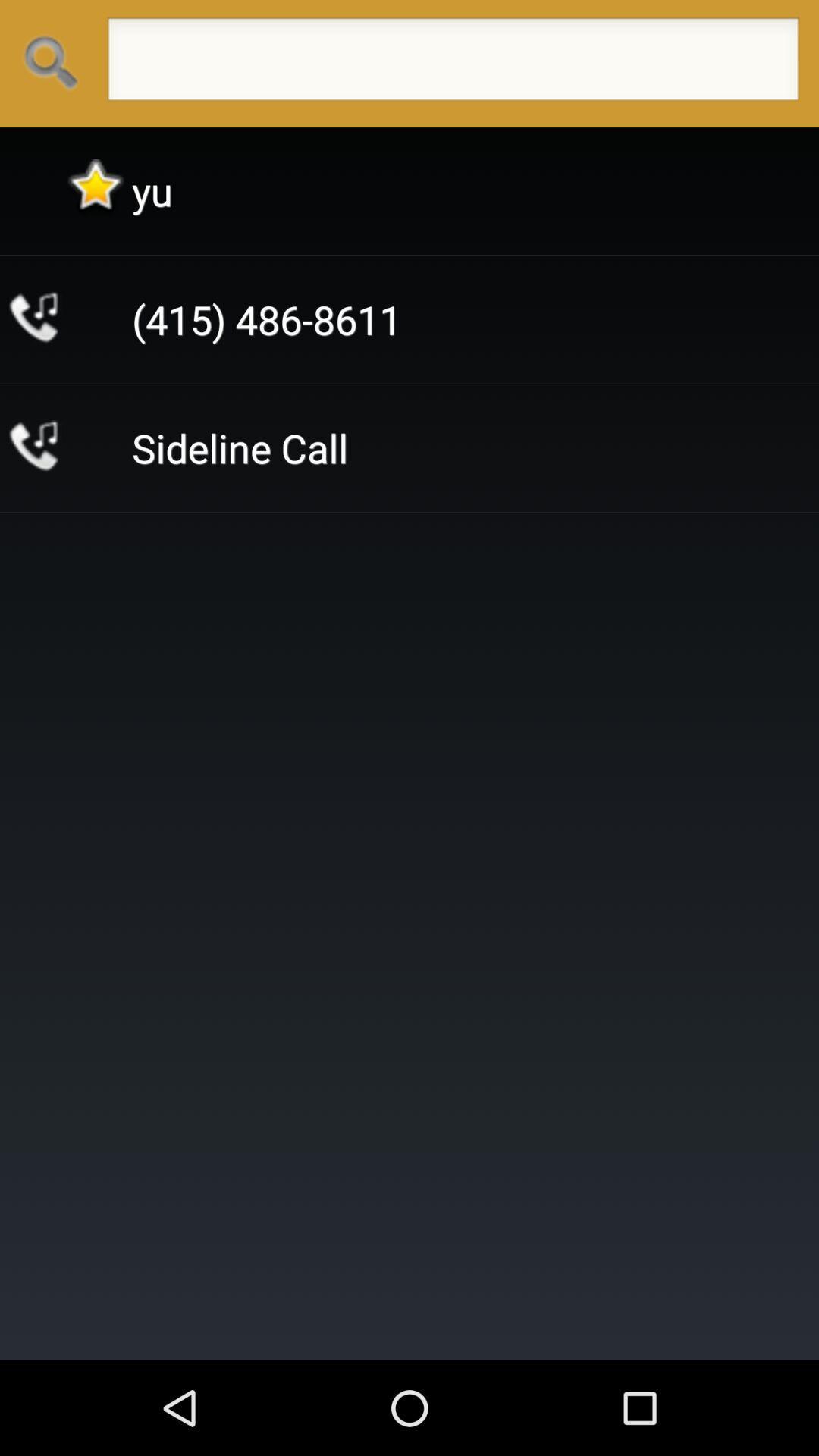 The image size is (819, 1456). What do you see at coordinates (96, 190) in the screenshot?
I see `the icon next to the yu icon` at bounding box center [96, 190].